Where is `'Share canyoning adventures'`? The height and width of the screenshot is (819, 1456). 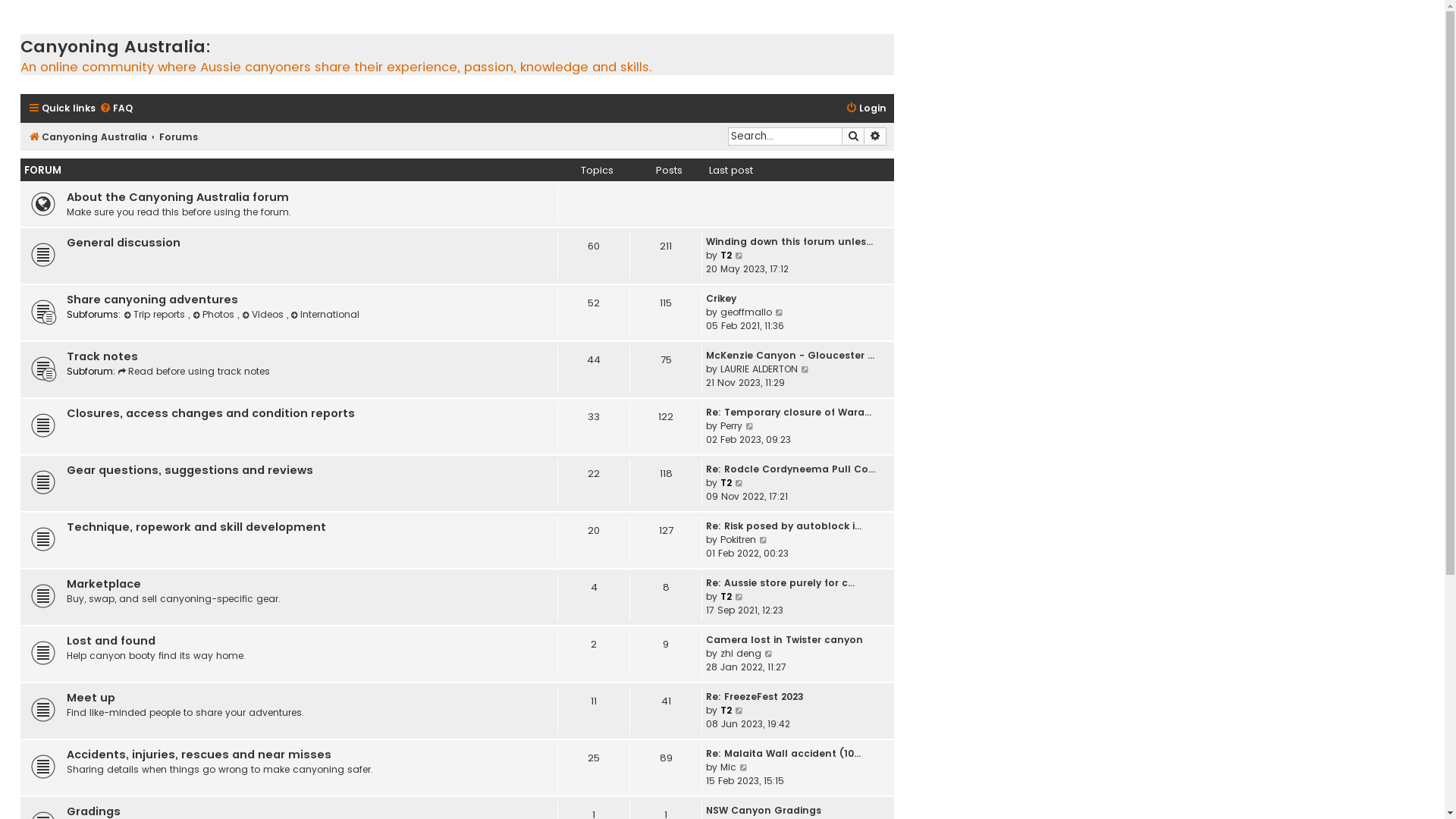 'Share canyoning adventures' is located at coordinates (152, 301).